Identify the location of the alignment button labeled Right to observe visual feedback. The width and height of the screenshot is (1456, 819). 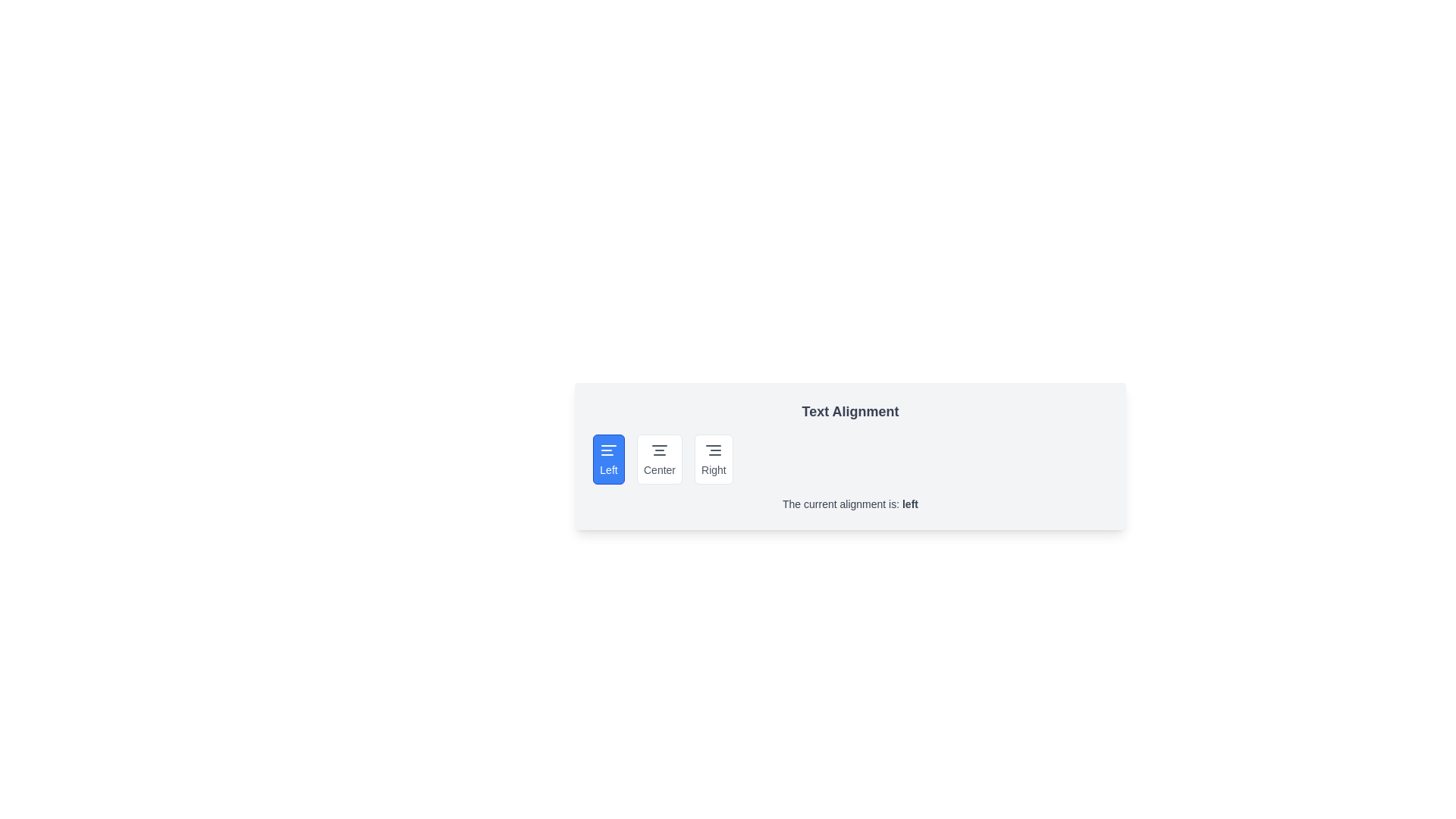
(712, 458).